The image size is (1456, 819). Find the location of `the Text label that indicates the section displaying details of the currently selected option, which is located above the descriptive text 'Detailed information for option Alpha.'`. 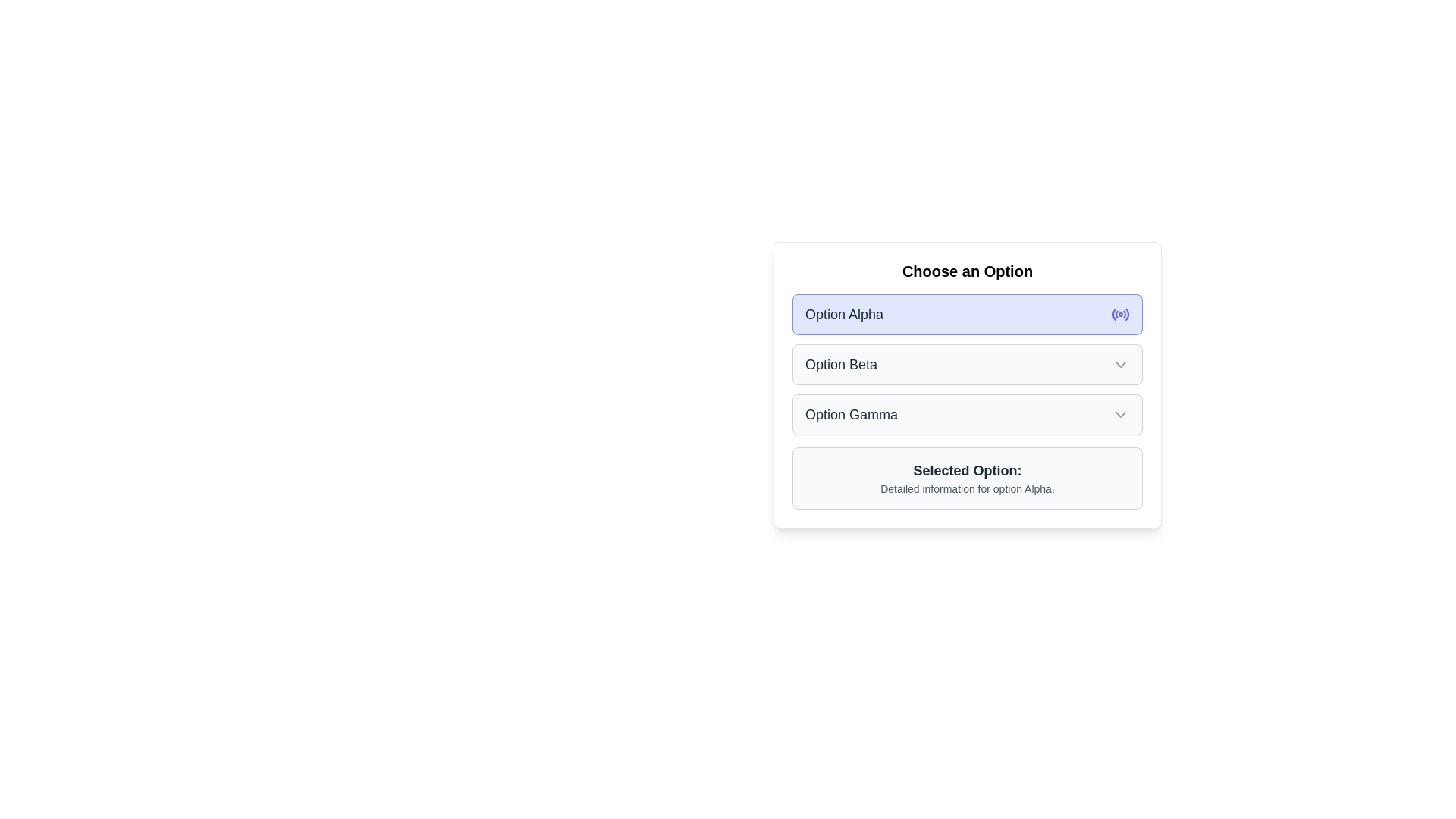

the Text label that indicates the section displaying details of the currently selected option, which is located above the descriptive text 'Detailed information for option Alpha.' is located at coordinates (967, 470).